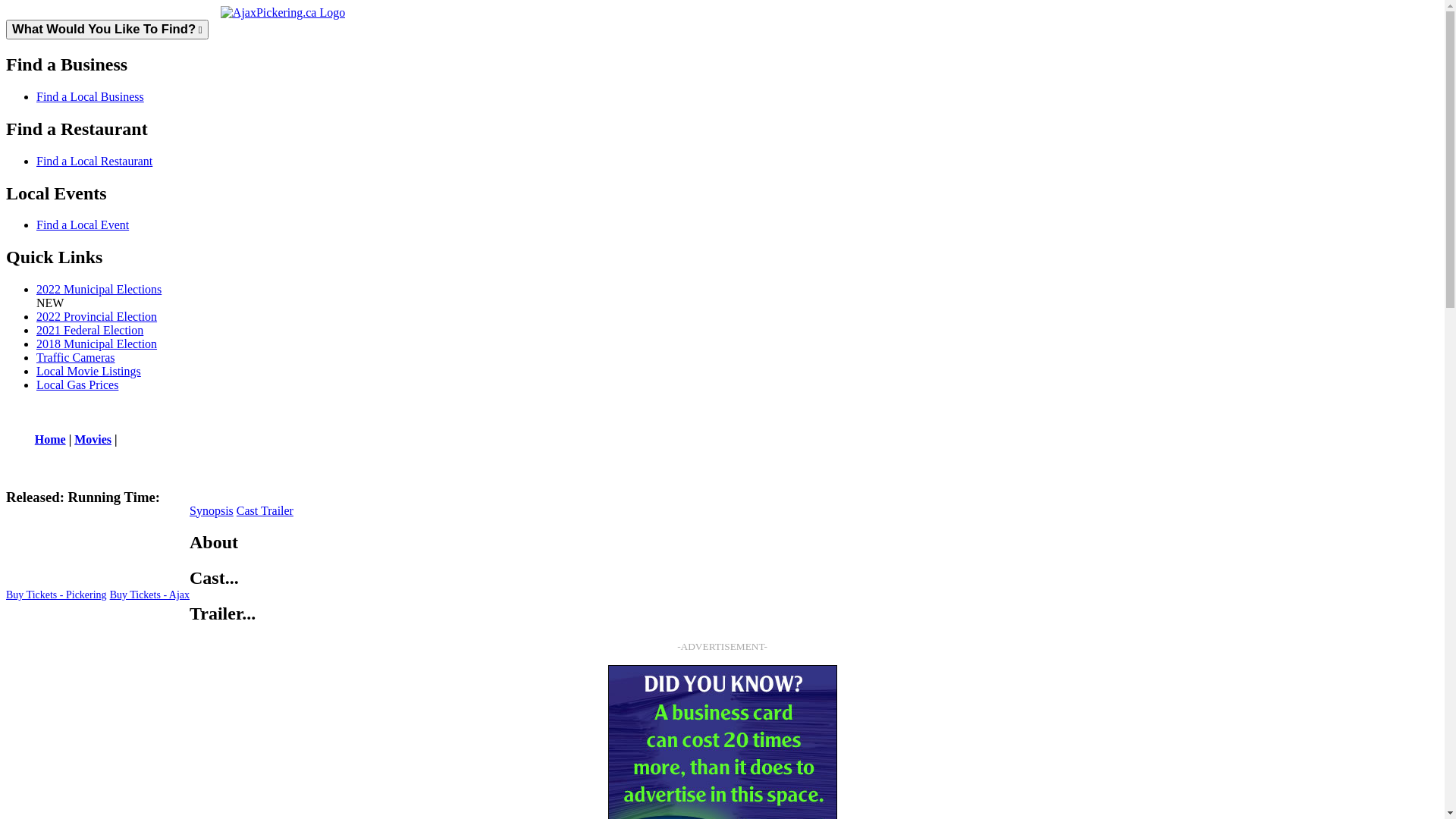  I want to click on 'Find a Local Restaurant', so click(36, 161).